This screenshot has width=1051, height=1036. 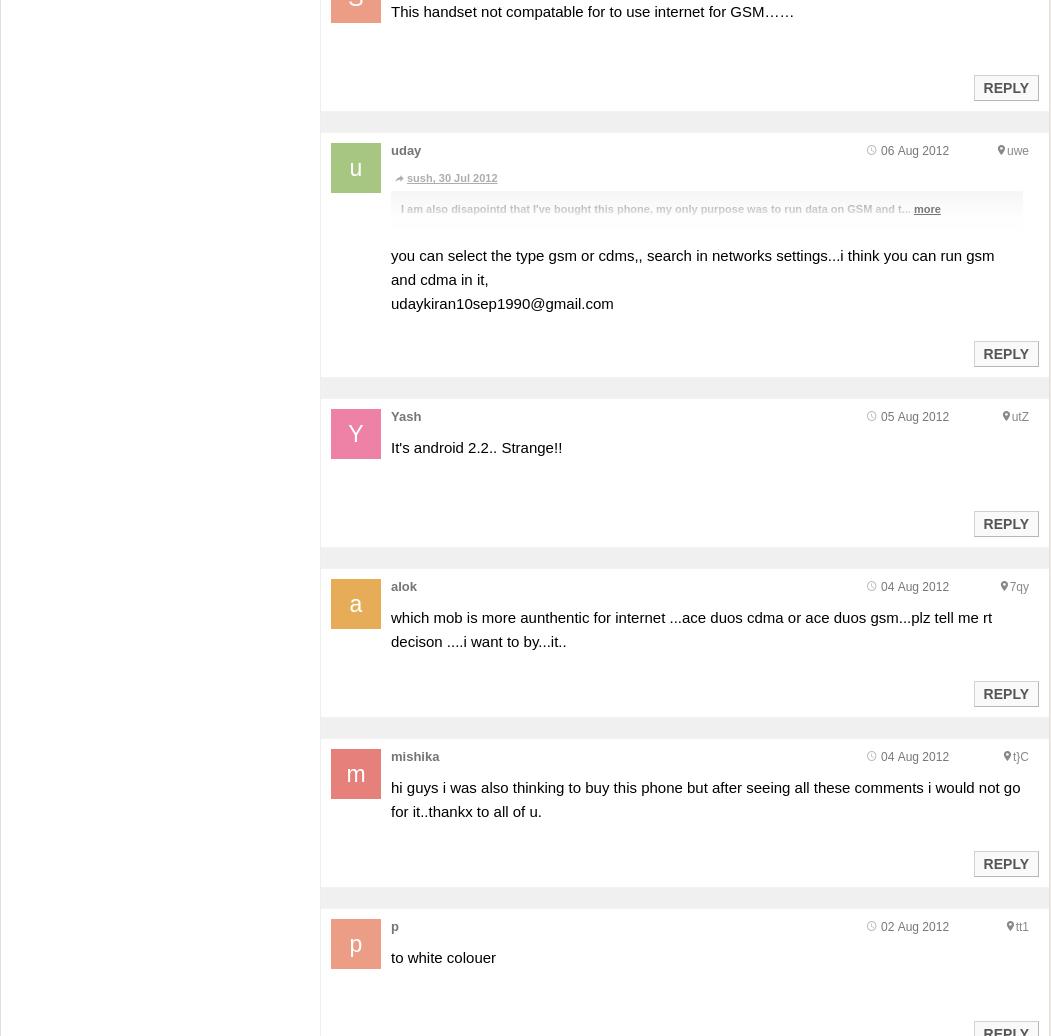 What do you see at coordinates (389, 266) in the screenshot?
I see `'you can select the type gsm or cdms,, search in networks  settings...i think you can run gsm and cdma in it,'` at bounding box center [389, 266].